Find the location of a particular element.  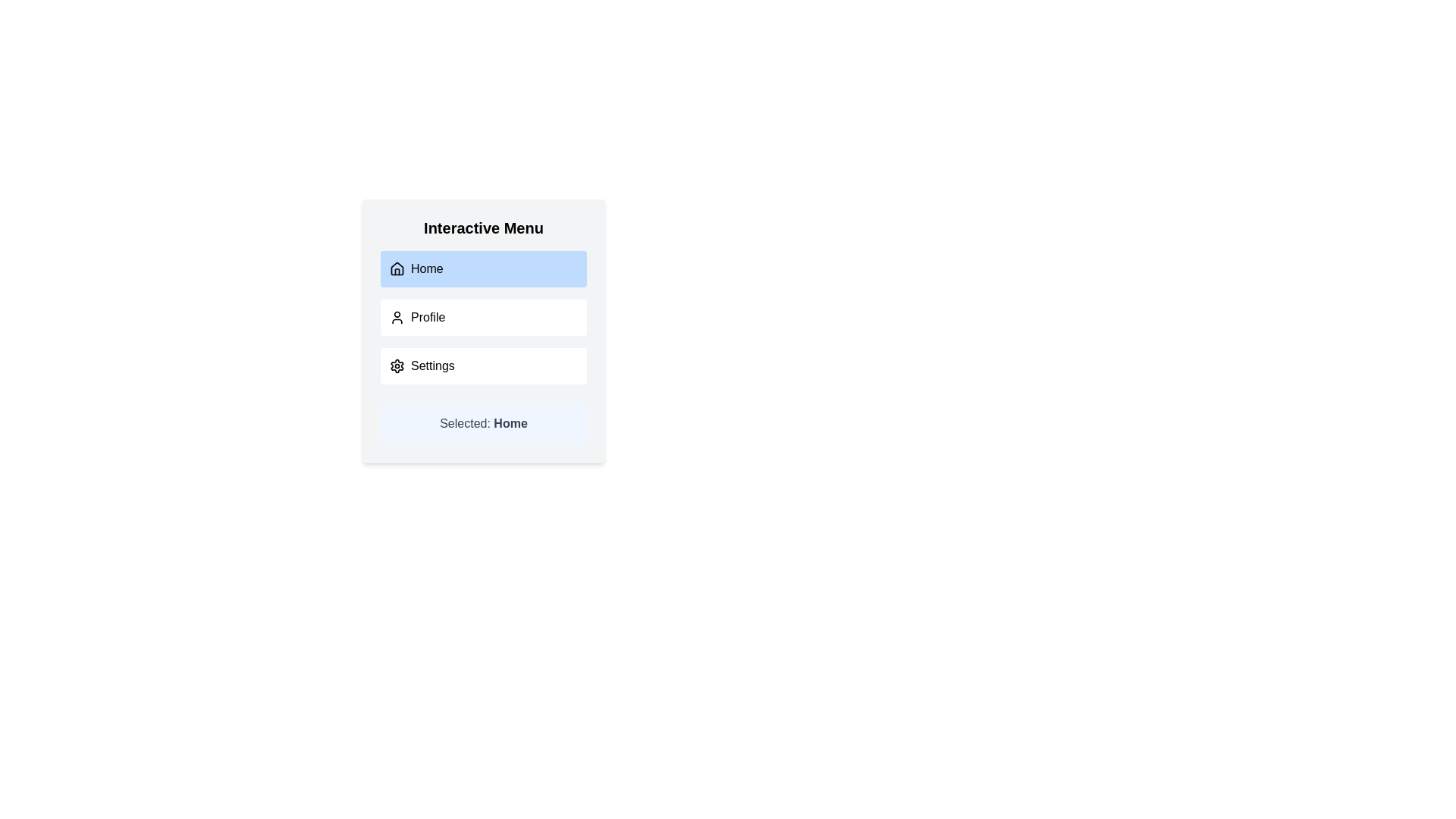

the 'Profile' icon is located at coordinates (397, 317).